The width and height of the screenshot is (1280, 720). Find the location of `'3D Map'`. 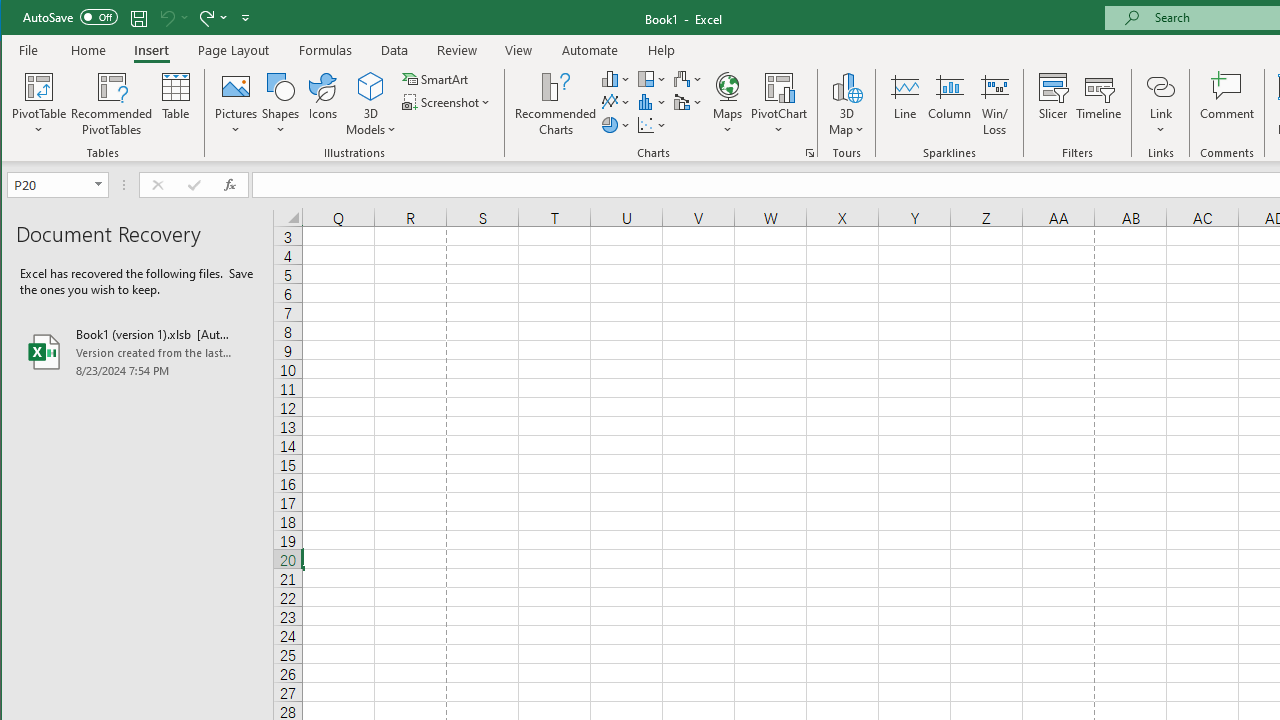

'3D Map' is located at coordinates (846, 104).